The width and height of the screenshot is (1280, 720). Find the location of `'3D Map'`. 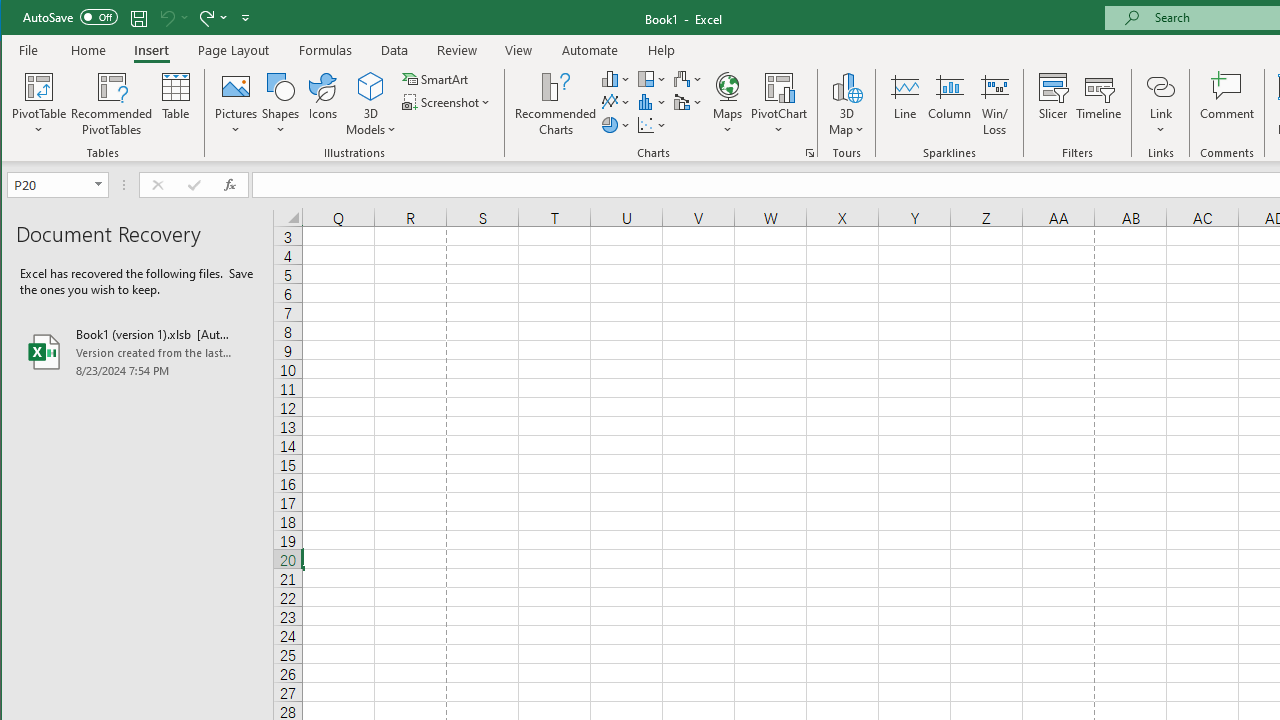

'3D Map' is located at coordinates (846, 104).